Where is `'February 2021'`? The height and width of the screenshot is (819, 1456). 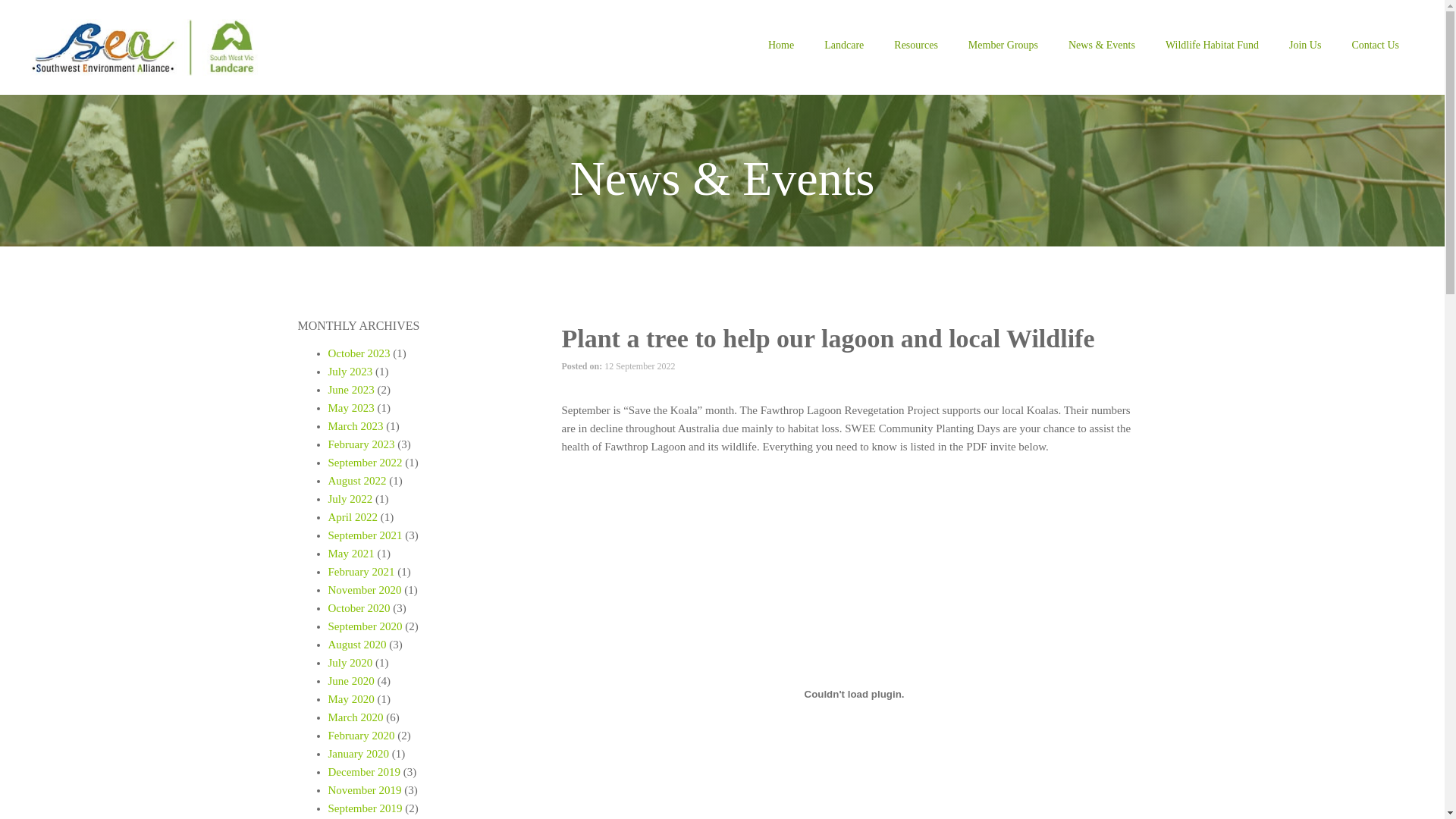
'February 2021' is located at coordinates (359, 571).